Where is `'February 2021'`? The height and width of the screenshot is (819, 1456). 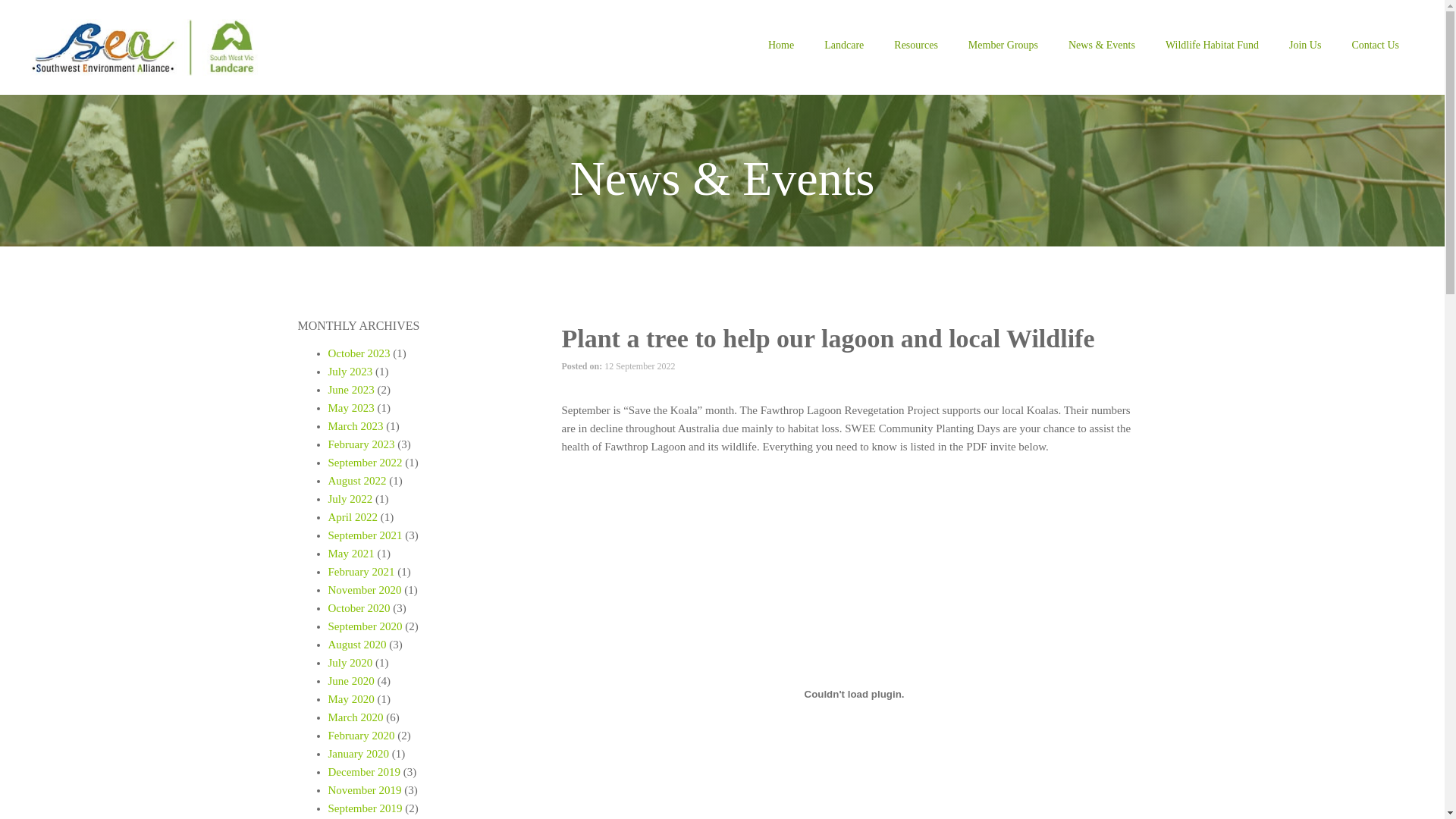
'February 2021' is located at coordinates (359, 571).